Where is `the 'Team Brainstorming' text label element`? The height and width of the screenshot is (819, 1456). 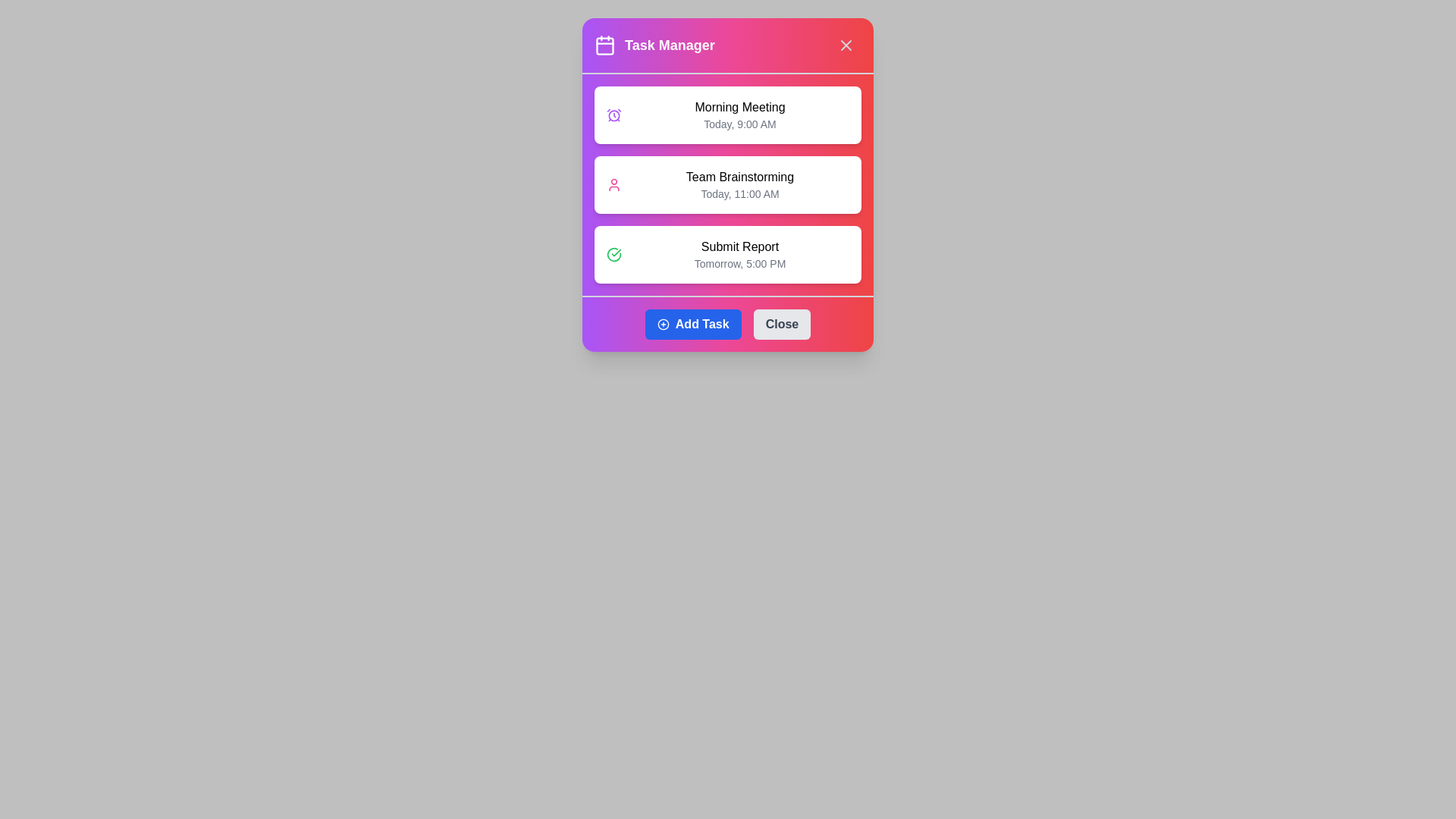
the 'Team Brainstorming' text label element is located at coordinates (739, 184).